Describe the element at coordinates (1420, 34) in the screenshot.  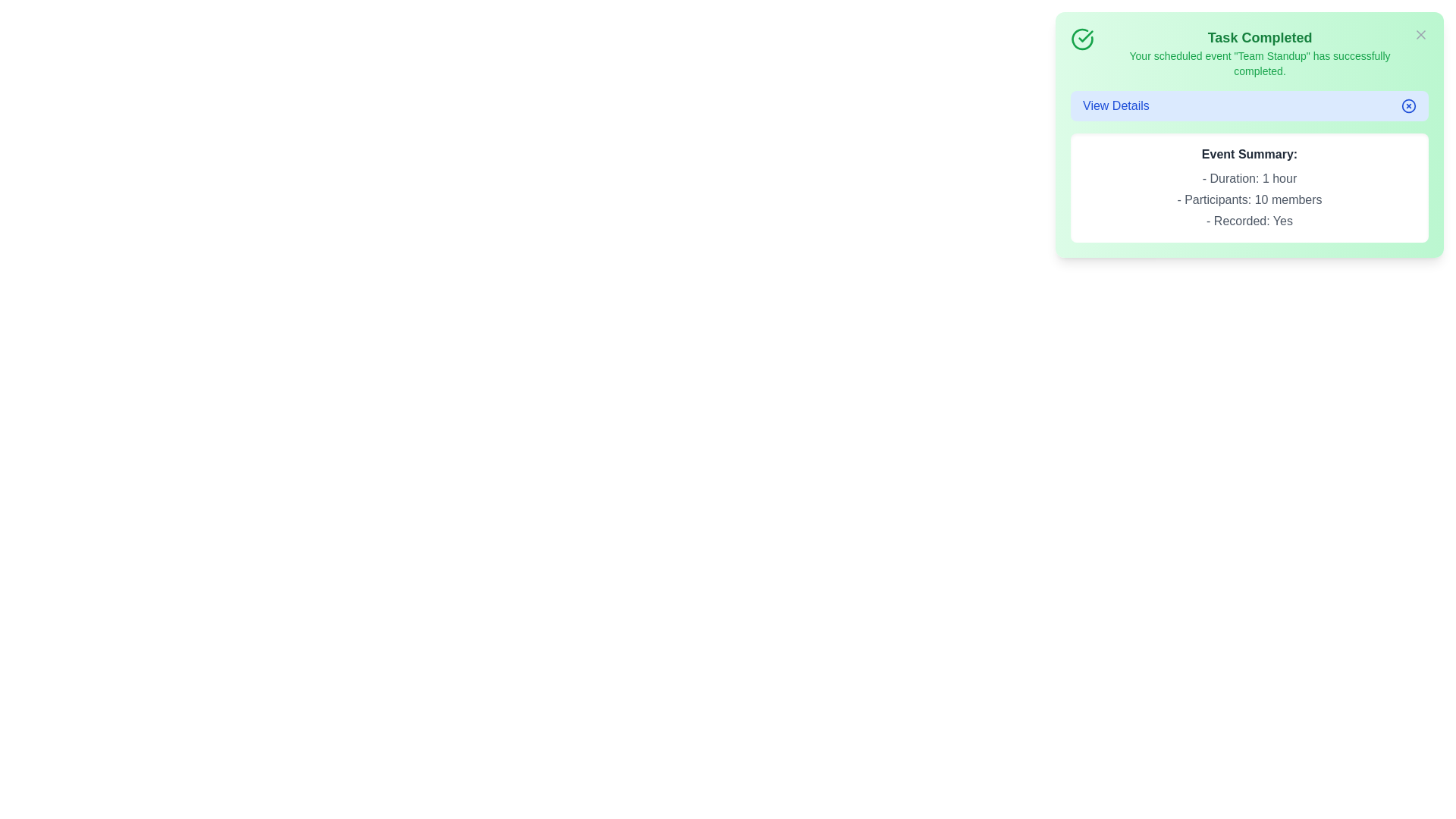
I see `the close button of the EventNotification component` at that location.